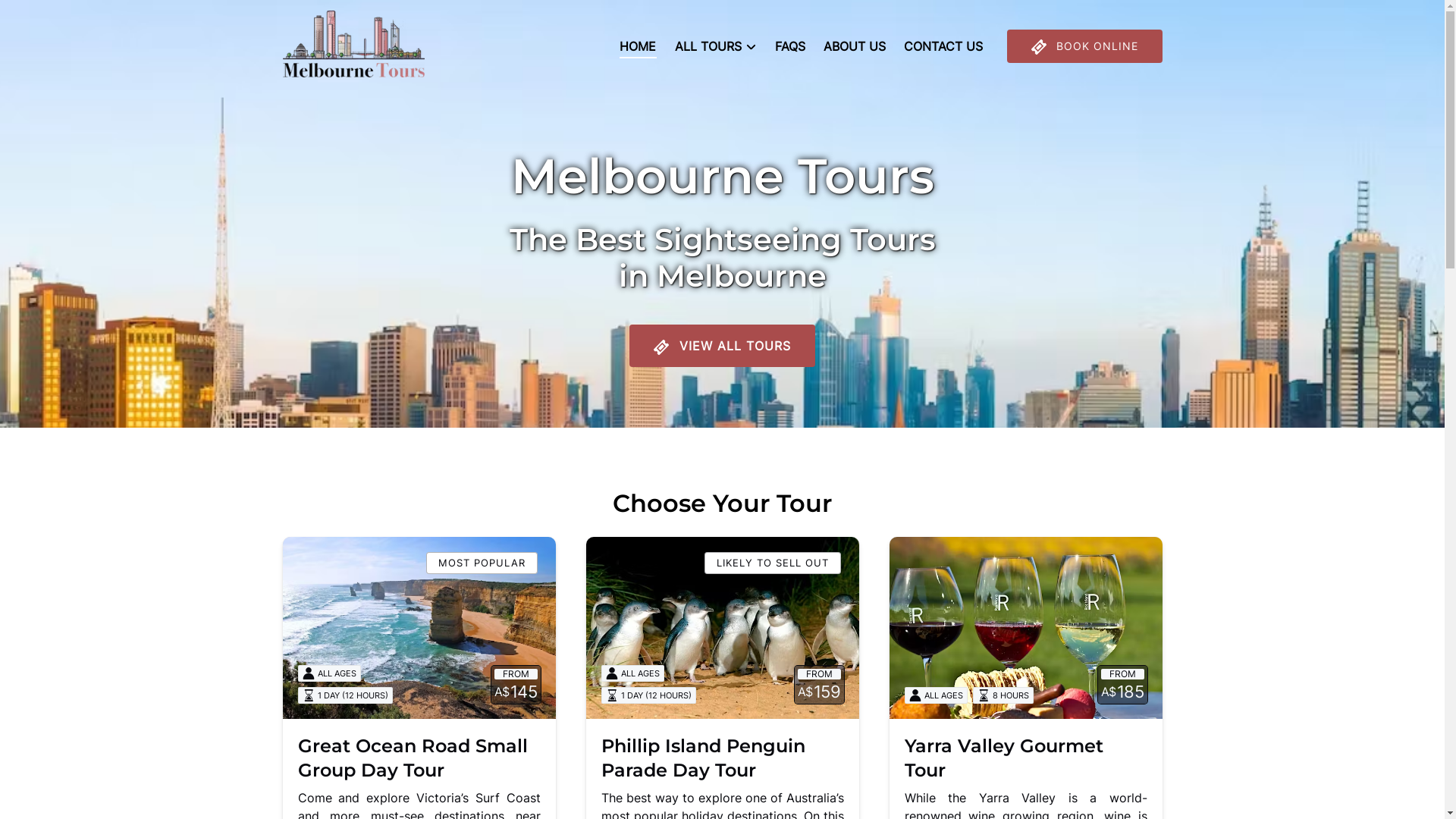 The width and height of the screenshot is (1456, 819). Describe the element at coordinates (1025, 628) in the screenshot. I see `'FROM` at that location.